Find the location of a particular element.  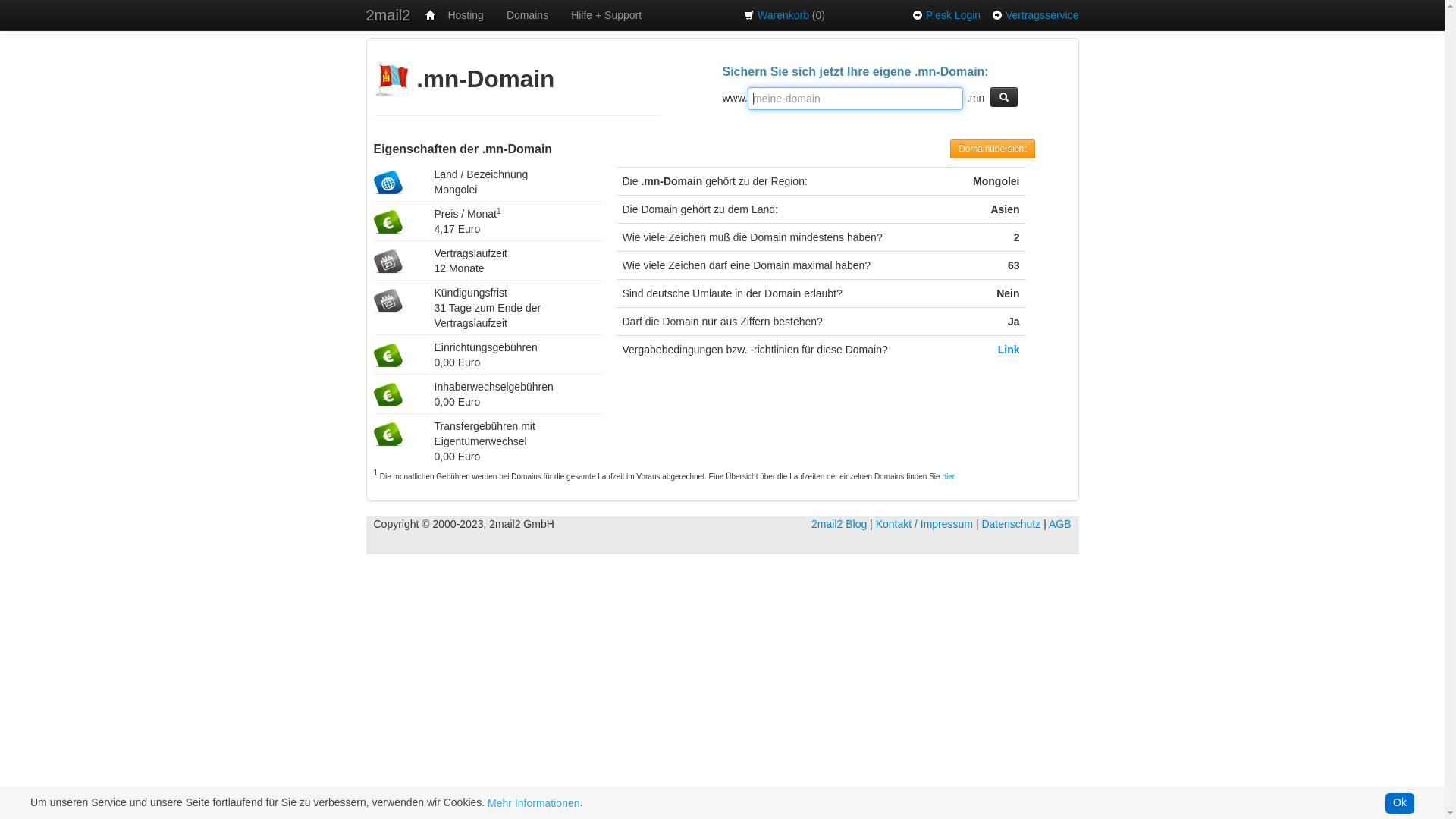

'hier' is located at coordinates (947, 475).